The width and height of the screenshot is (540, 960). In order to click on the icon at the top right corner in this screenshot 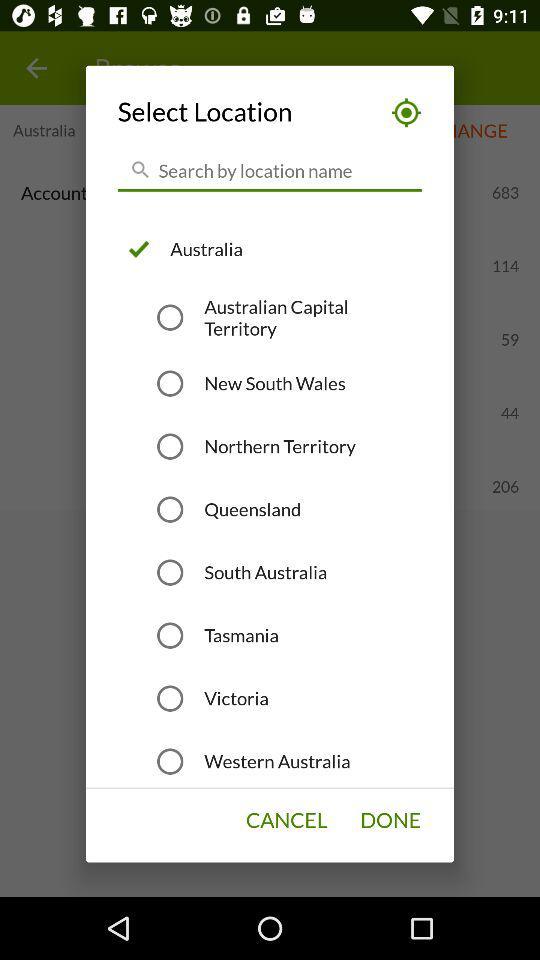, I will do `click(399, 112)`.